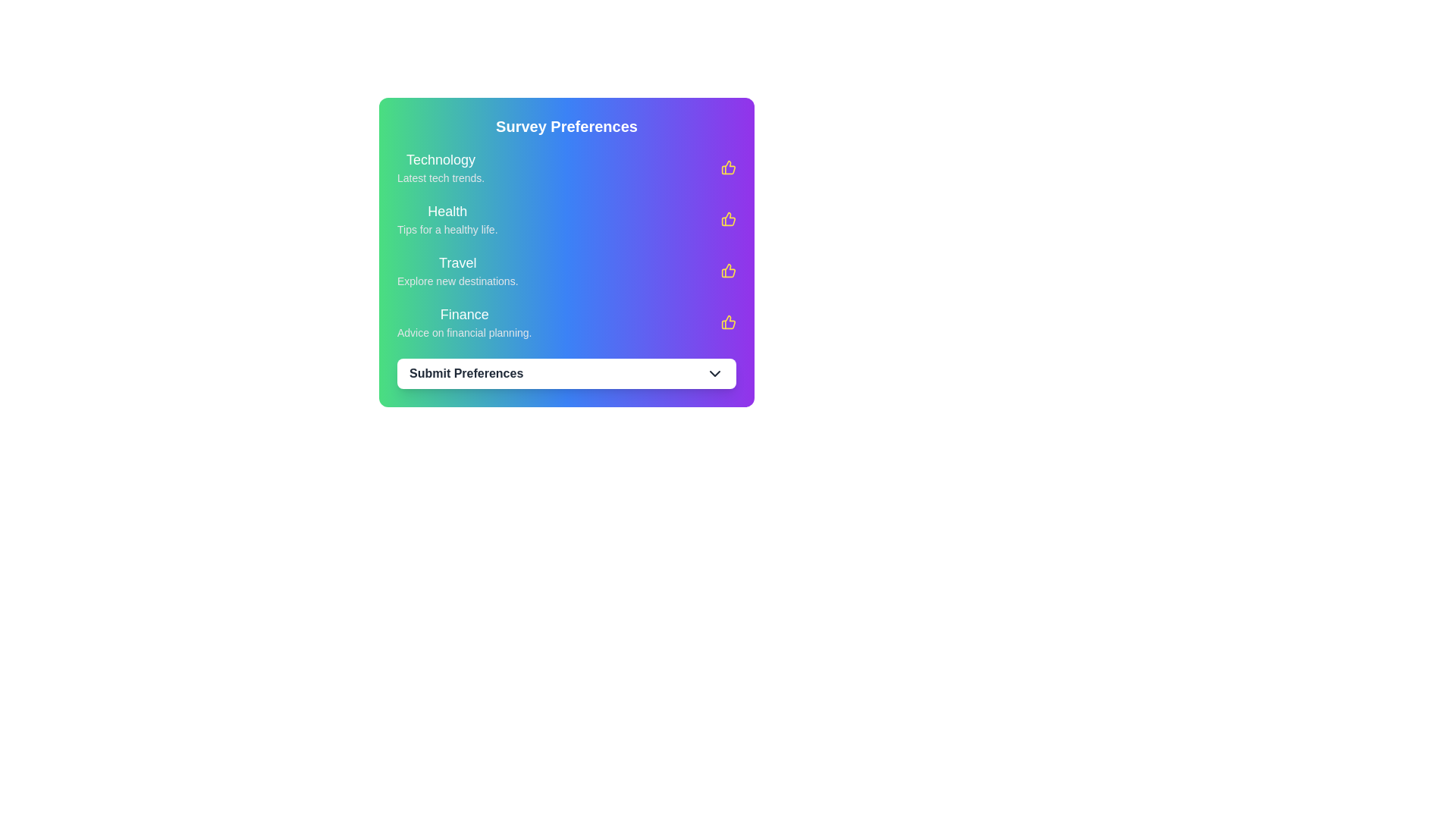  Describe the element at coordinates (728, 219) in the screenshot. I see `the second thumbs-up icon with a yellow outline located under the 'Health' category` at that location.